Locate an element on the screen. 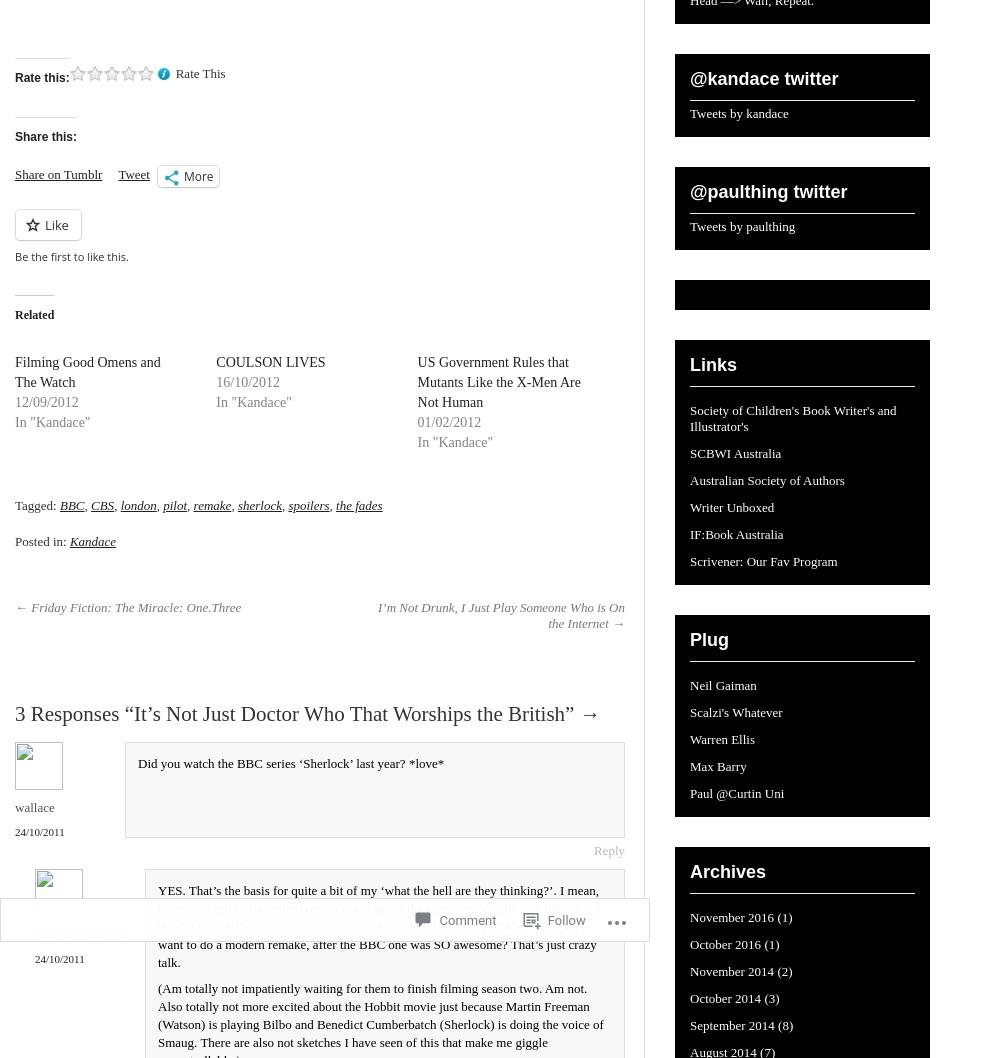 The width and height of the screenshot is (990, 1058). 'I’m Not Drunk, I Just Play Someone Who is On the Internet →' is located at coordinates (500, 615).